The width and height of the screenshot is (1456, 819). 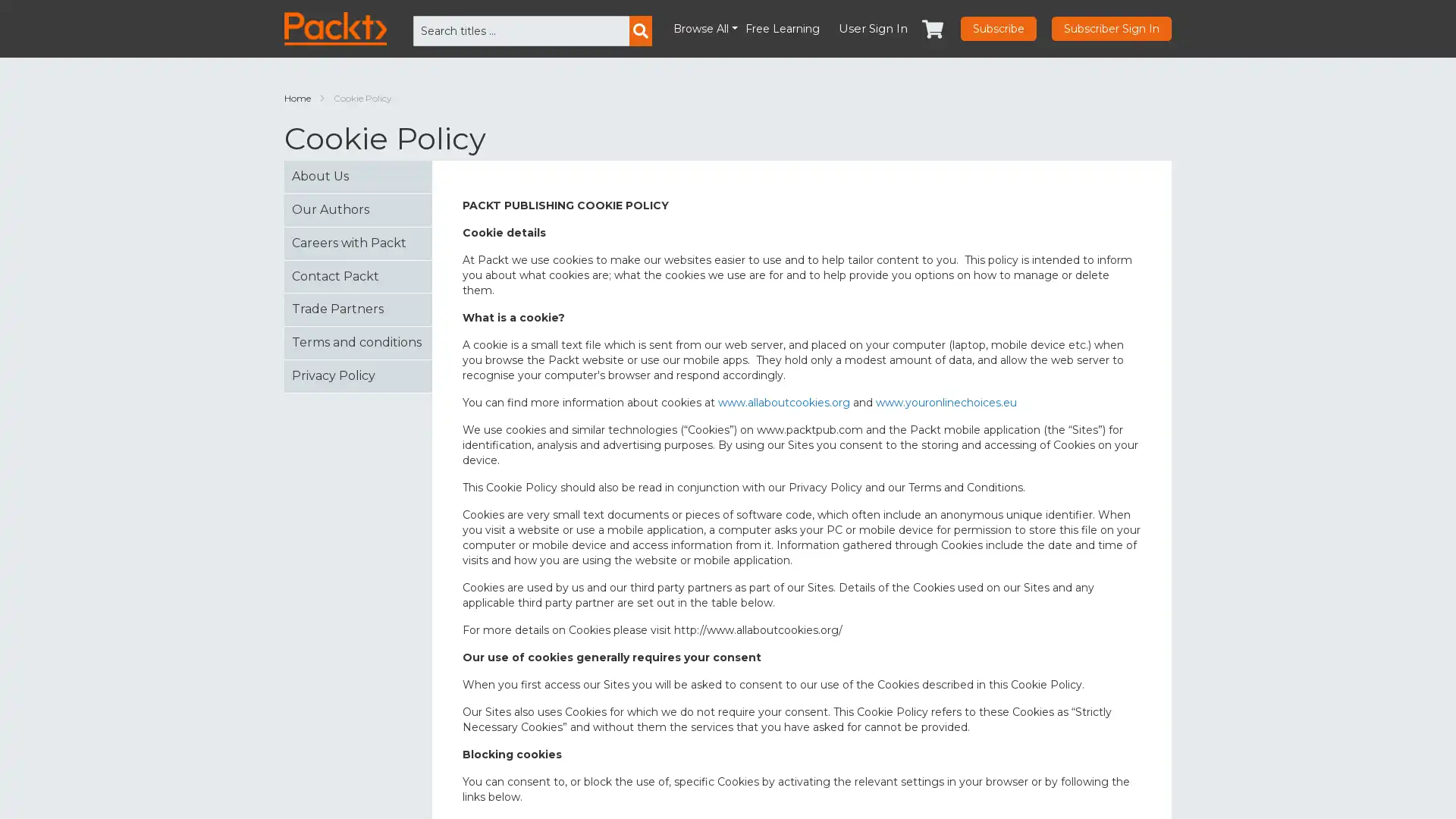 What do you see at coordinates (1111, 29) in the screenshot?
I see `Subscriber Sign In` at bounding box center [1111, 29].